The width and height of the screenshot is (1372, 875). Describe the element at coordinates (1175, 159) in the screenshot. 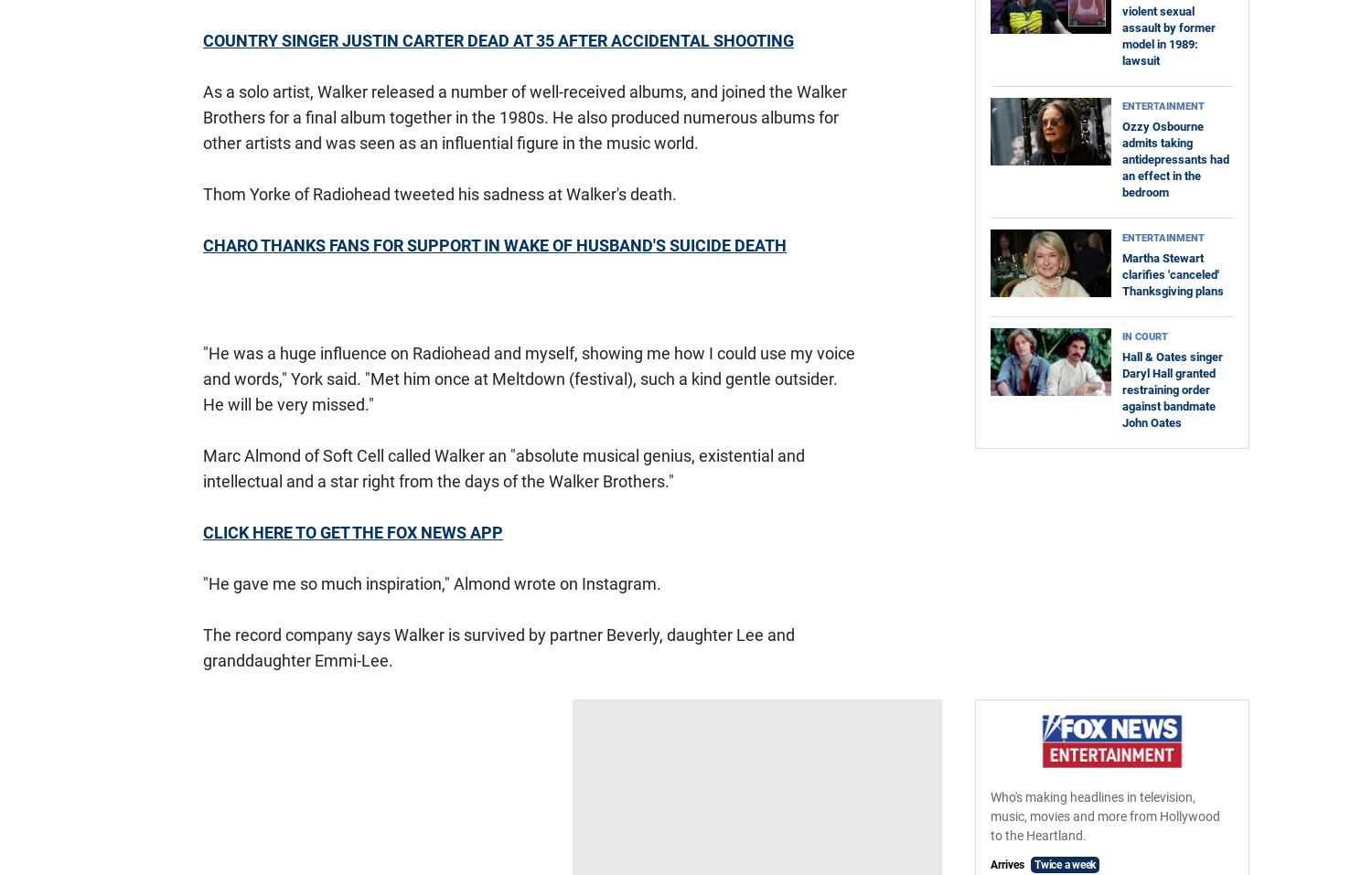

I see `'Ozzy Osbourne admits taking antidepressants had an effect in the bedroom'` at that location.